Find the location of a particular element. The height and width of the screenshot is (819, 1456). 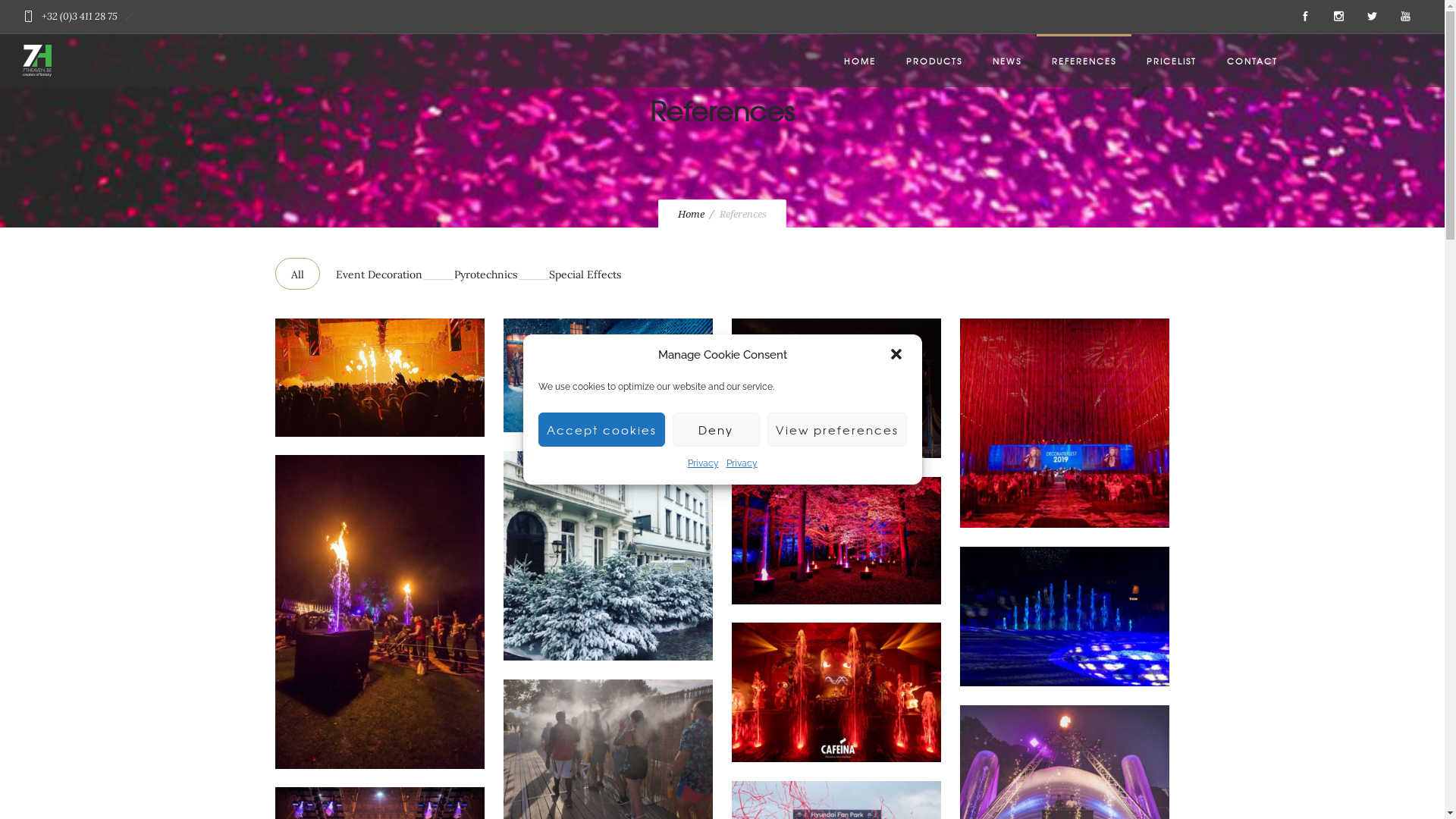

'Twitter' is located at coordinates (1354, 17).